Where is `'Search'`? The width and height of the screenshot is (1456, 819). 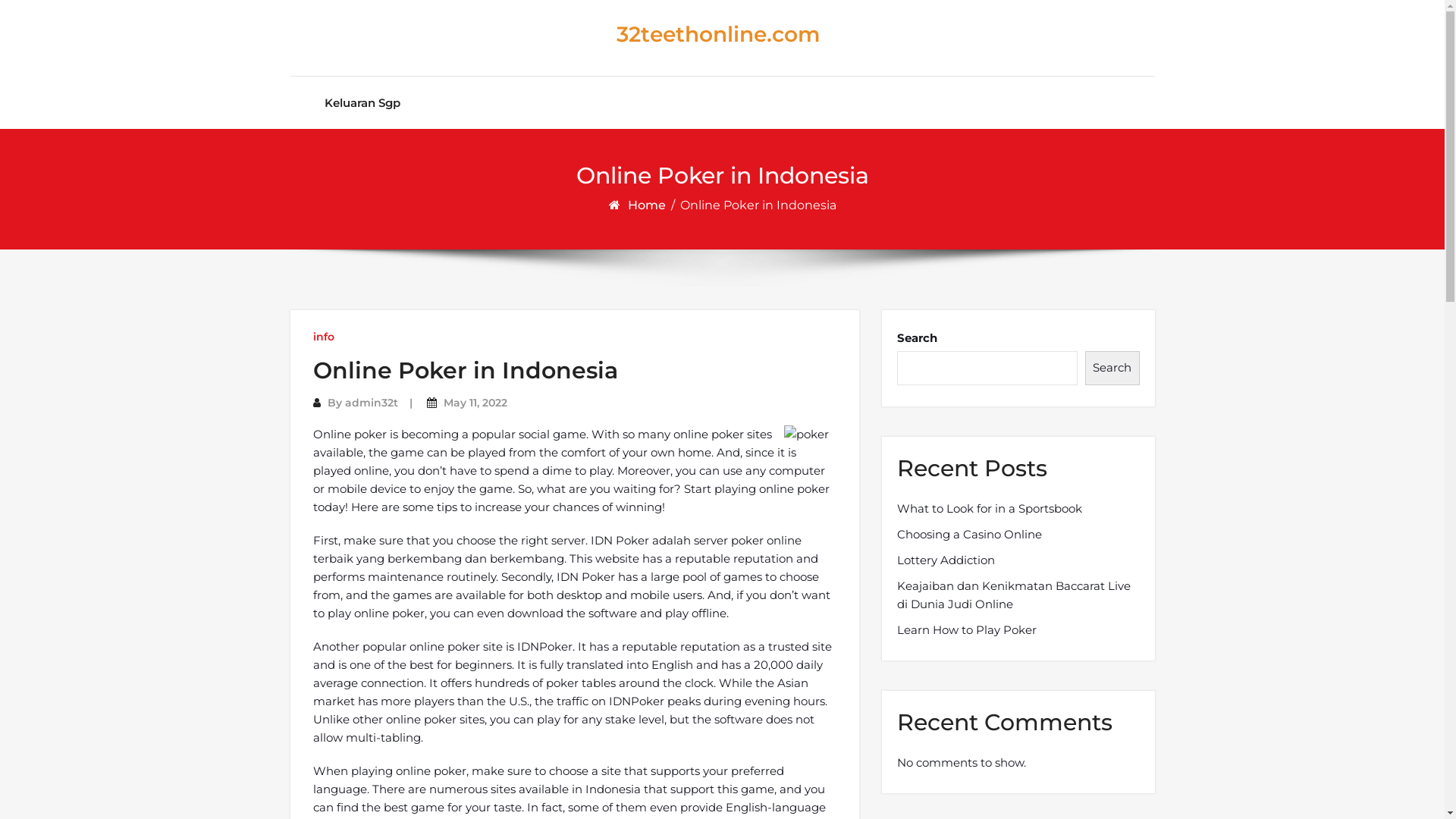
'Search' is located at coordinates (1112, 368).